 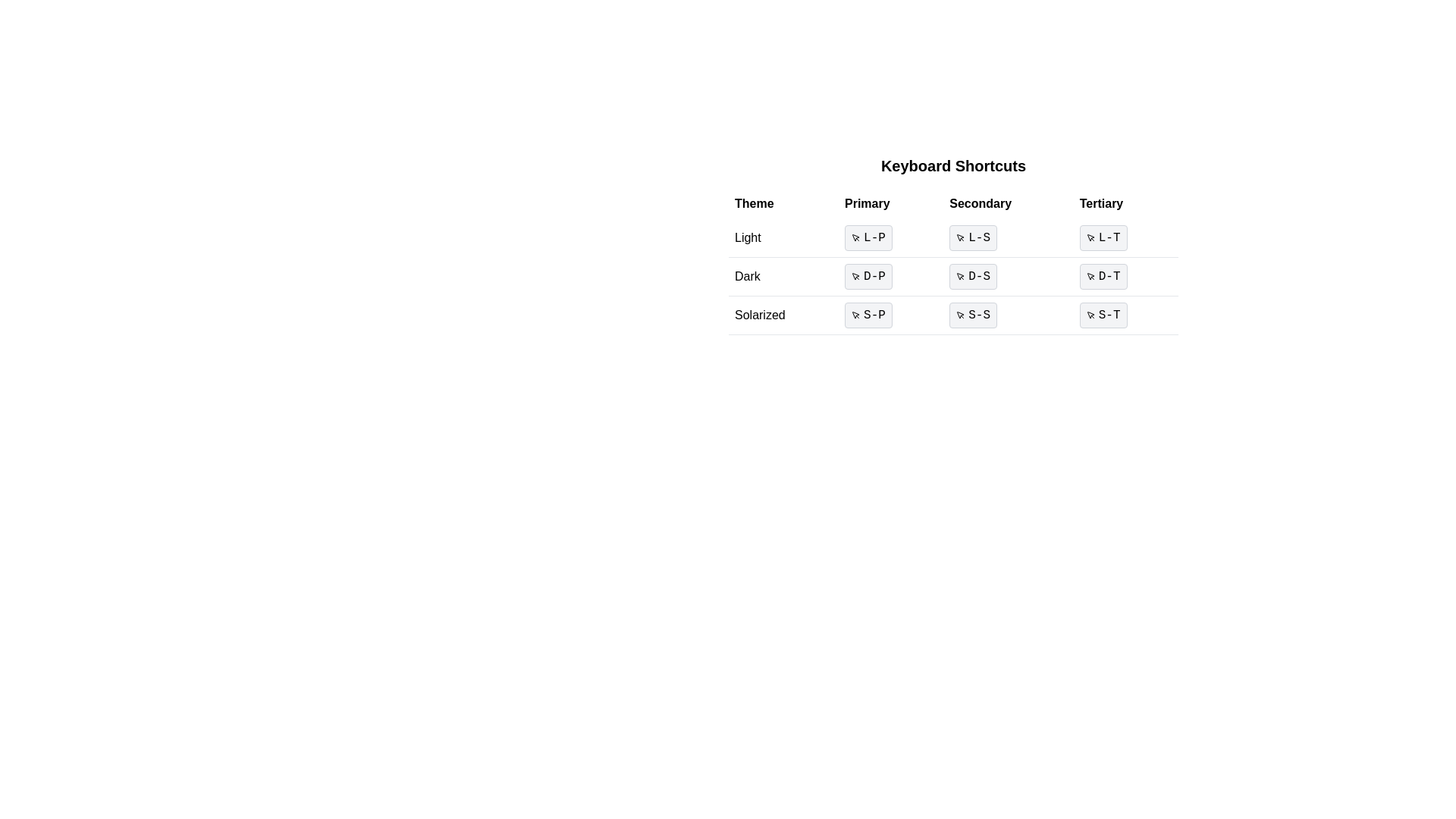 I want to click on the 'D-S' button, which is a button-like component in the 'Dark' row and 'Secondary' column of the table, so click(x=952, y=277).